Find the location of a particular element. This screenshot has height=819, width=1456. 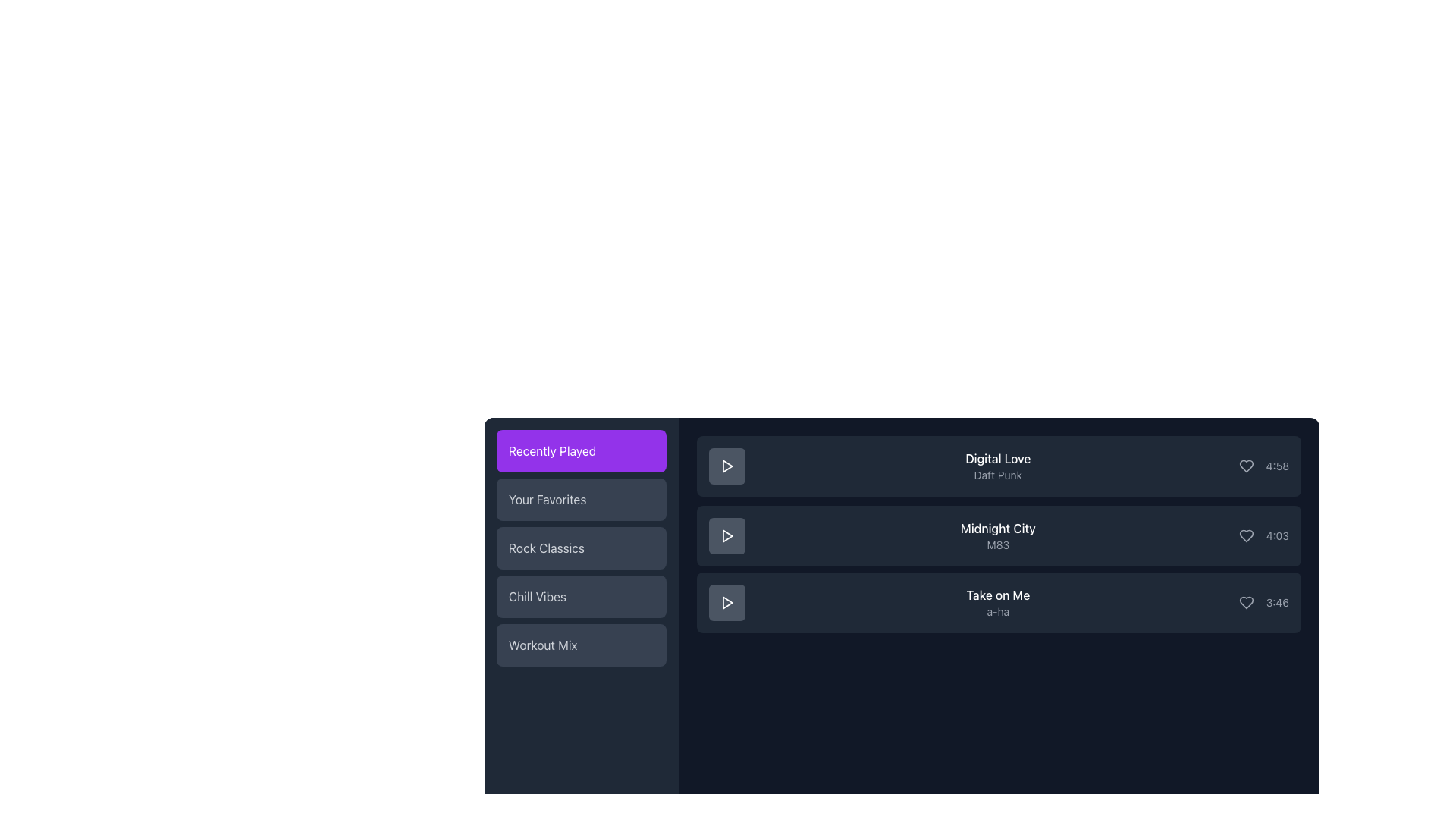

the text display for the track information that reads 'Take on Me' by a-ha, which is the third item under 'Recently Played' is located at coordinates (998, 601).